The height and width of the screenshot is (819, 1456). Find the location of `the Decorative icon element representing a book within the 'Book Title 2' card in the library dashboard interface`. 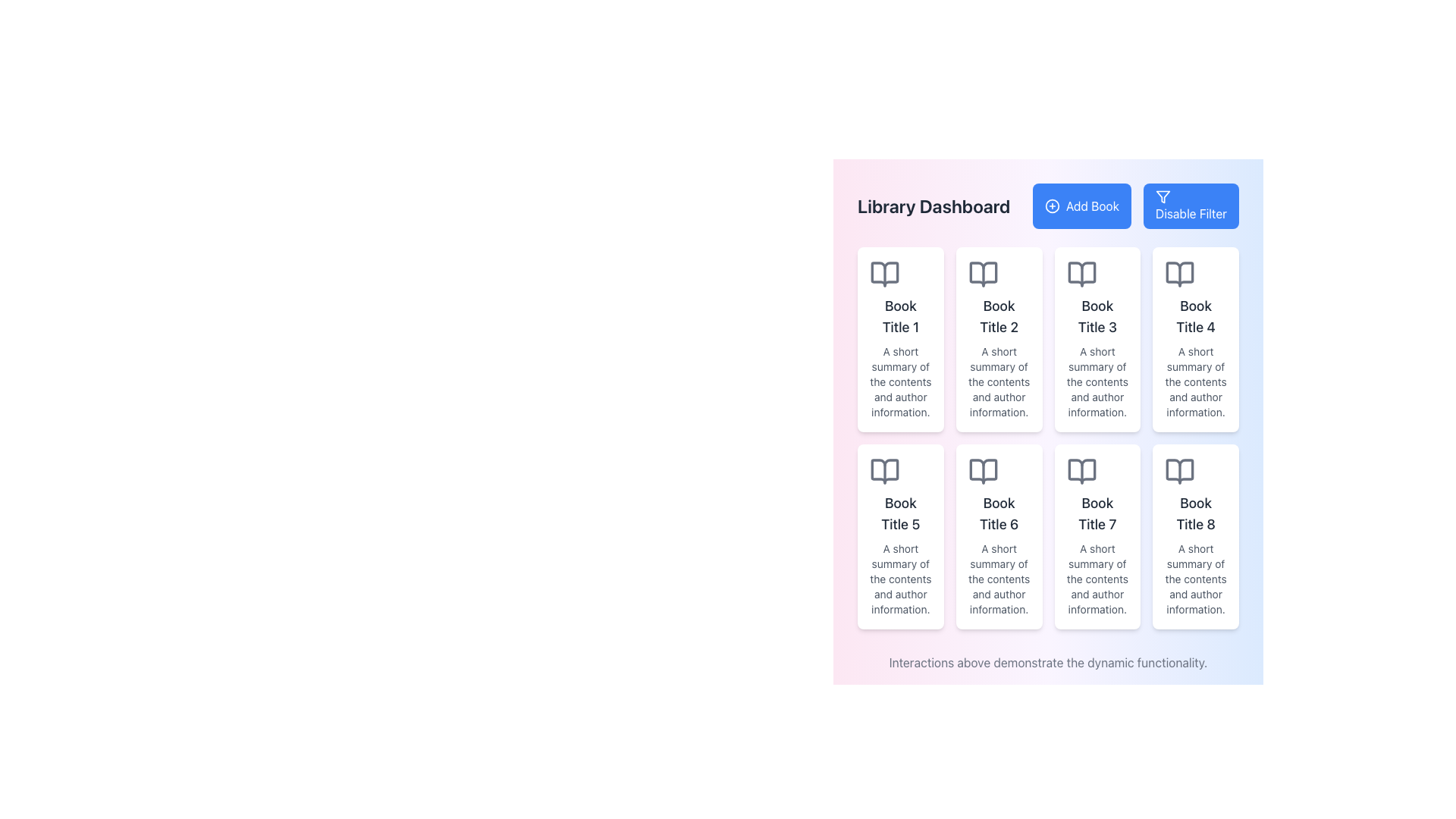

the Decorative icon element representing a book within the 'Book Title 2' card in the library dashboard interface is located at coordinates (983, 275).